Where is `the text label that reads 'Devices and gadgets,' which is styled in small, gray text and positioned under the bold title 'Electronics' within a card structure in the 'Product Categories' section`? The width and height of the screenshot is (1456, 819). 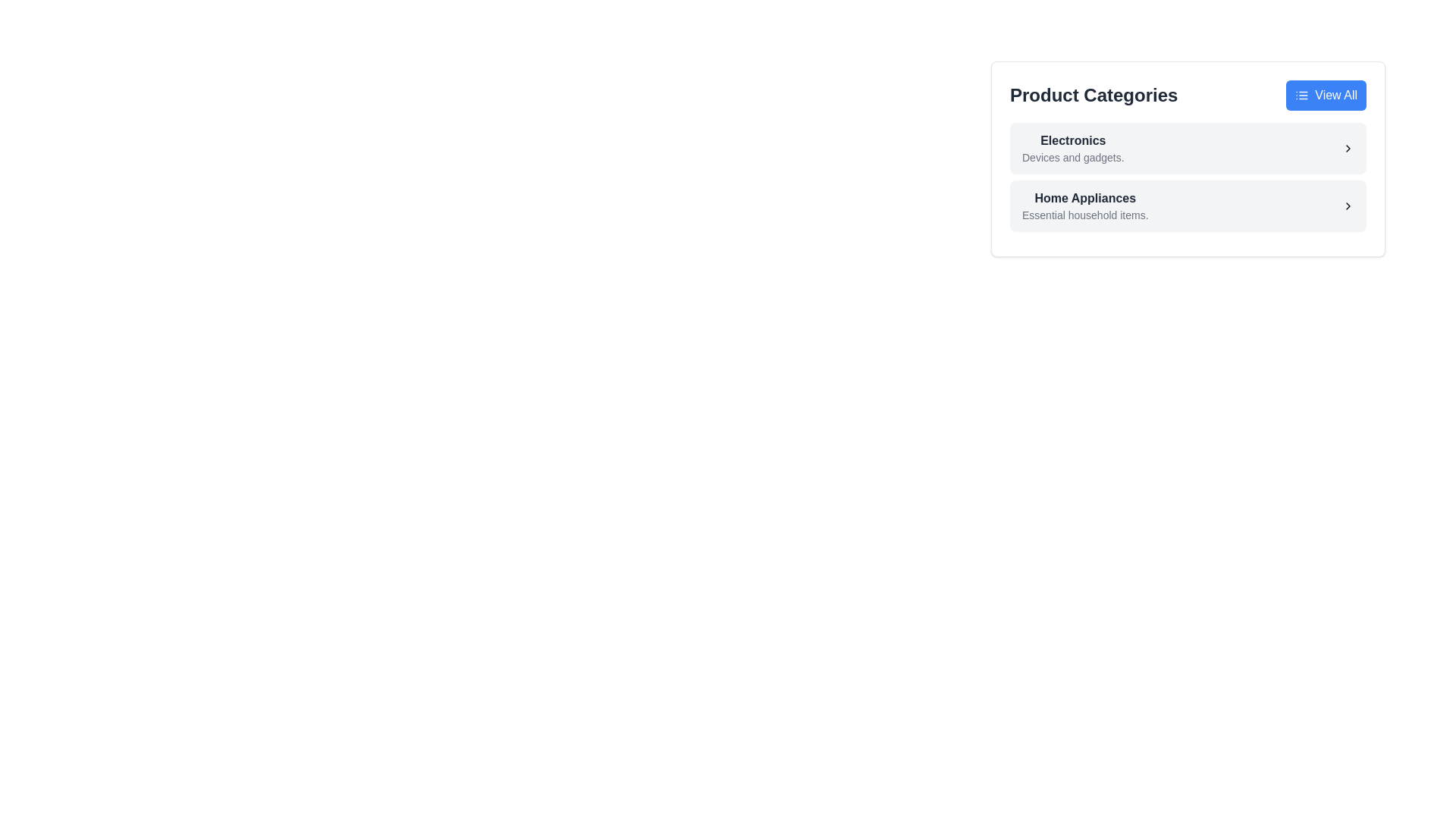
the text label that reads 'Devices and gadgets,' which is styled in small, gray text and positioned under the bold title 'Electronics' within a card structure in the 'Product Categories' section is located at coordinates (1072, 158).